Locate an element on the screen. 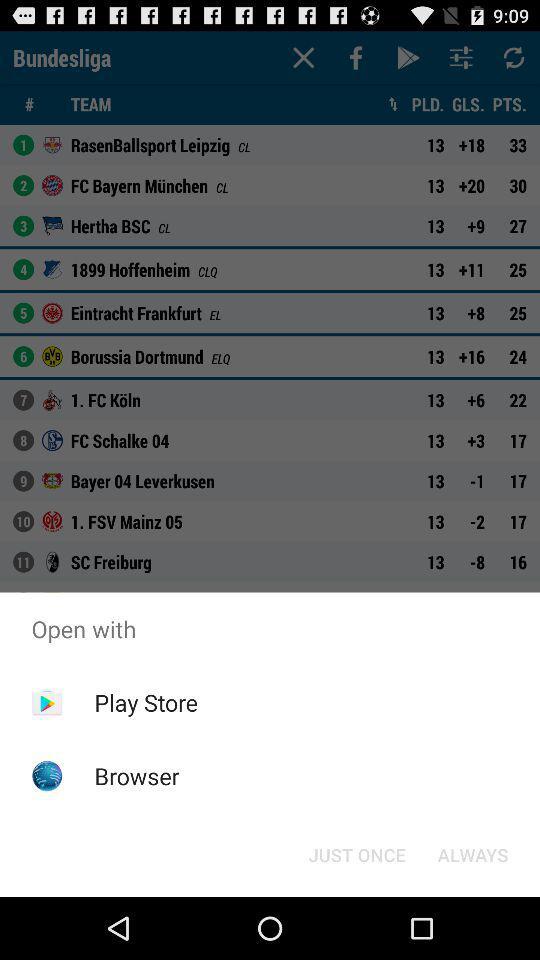 The height and width of the screenshot is (960, 540). icon to the right of just once icon is located at coordinates (472, 853).